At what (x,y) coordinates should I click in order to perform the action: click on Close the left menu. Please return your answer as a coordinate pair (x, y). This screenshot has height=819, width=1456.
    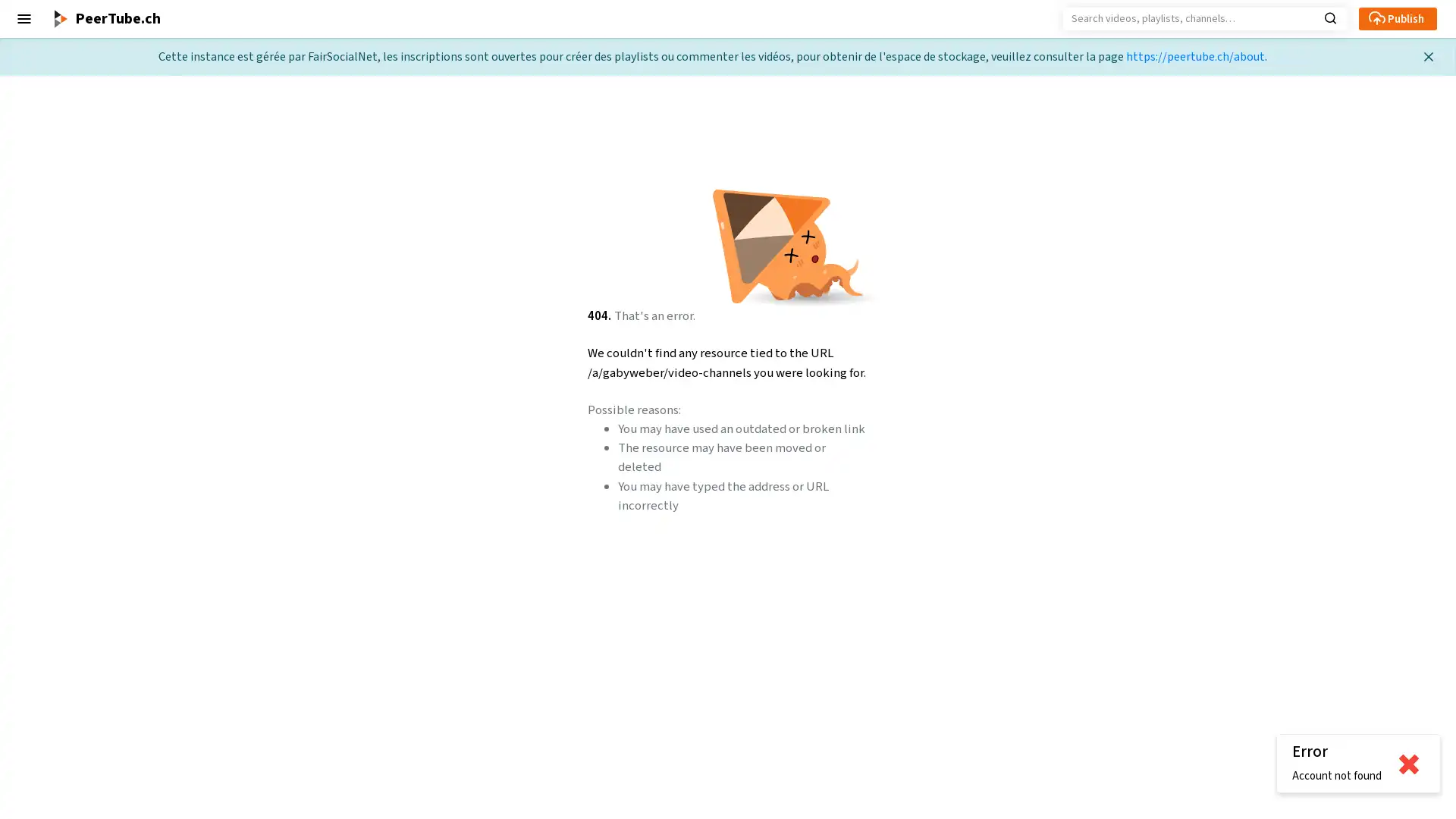
    Looking at the image, I should click on (24, 18).